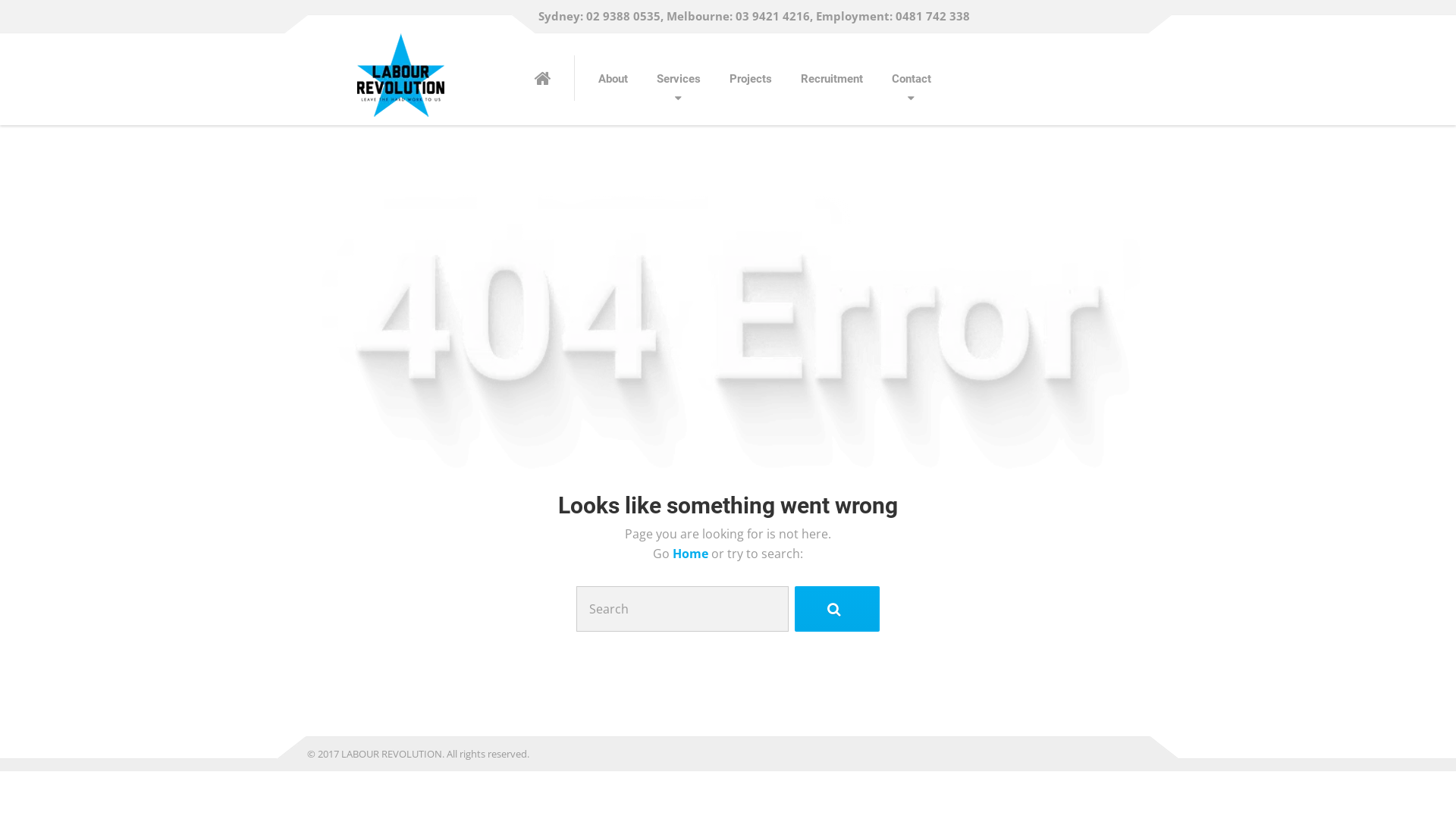  What do you see at coordinates (831, 79) in the screenshot?
I see `'Recruitment'` at bounding box center [831, 79].